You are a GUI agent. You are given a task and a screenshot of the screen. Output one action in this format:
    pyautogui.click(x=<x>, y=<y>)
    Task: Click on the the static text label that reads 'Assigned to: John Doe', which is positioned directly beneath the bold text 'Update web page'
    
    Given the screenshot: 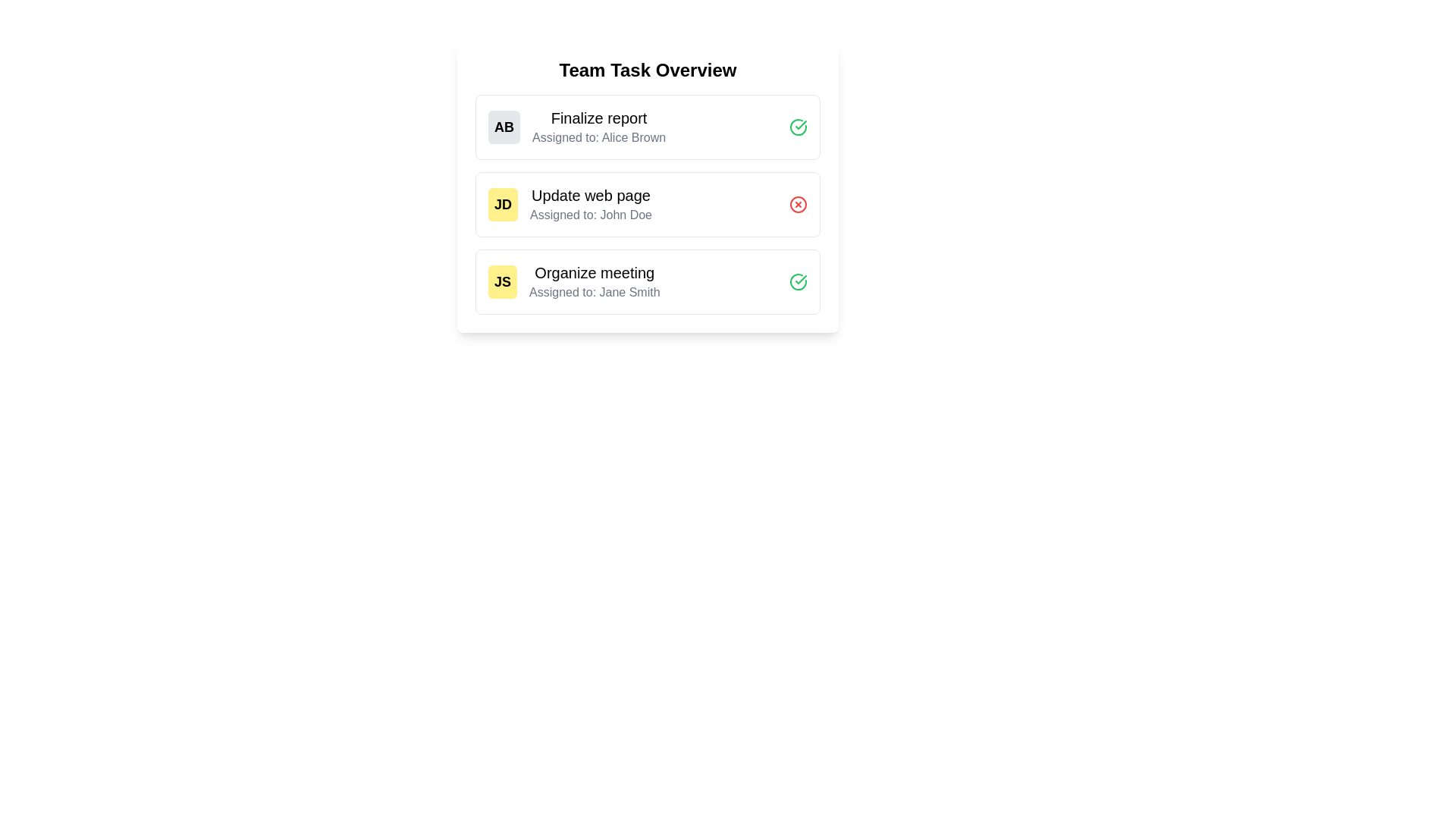 What is the action you would take?
    pyautogui.click(x=590, y=215)
    